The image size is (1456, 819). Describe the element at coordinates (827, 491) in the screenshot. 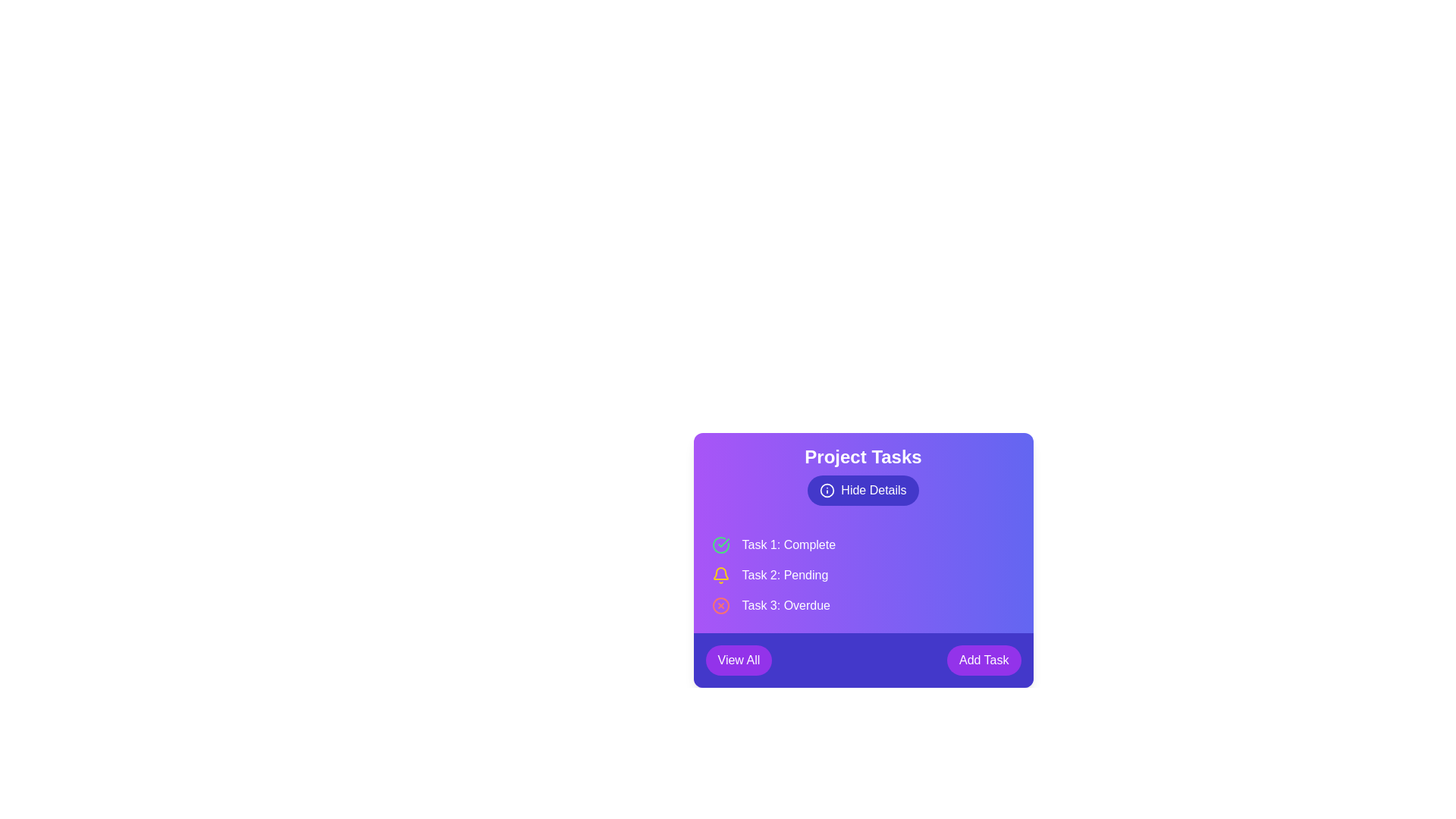

I see `the central circular component of the information icon located next to the 'Hide Details' button in the 'Project Tasks' section` at that location.